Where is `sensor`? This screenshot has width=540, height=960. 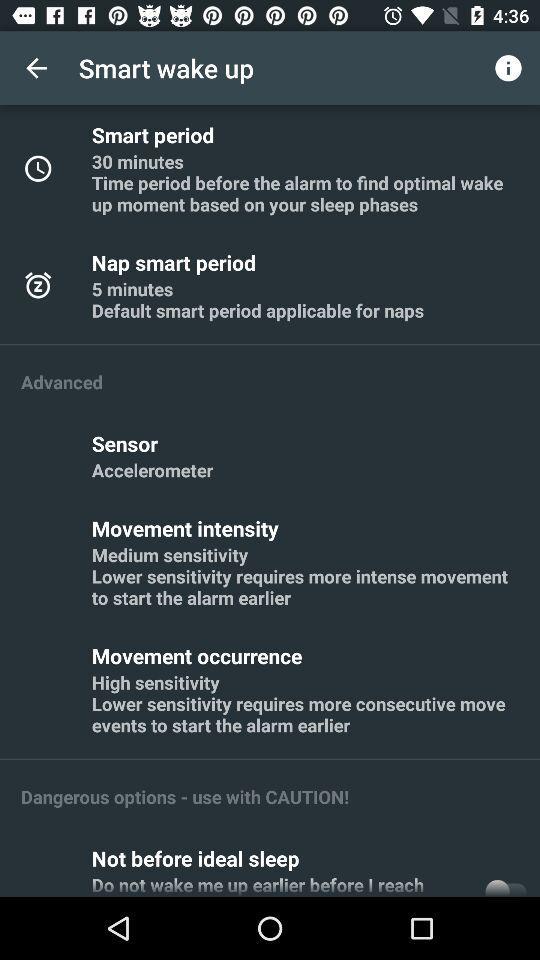 sensor is located at coordinates (128, 443).